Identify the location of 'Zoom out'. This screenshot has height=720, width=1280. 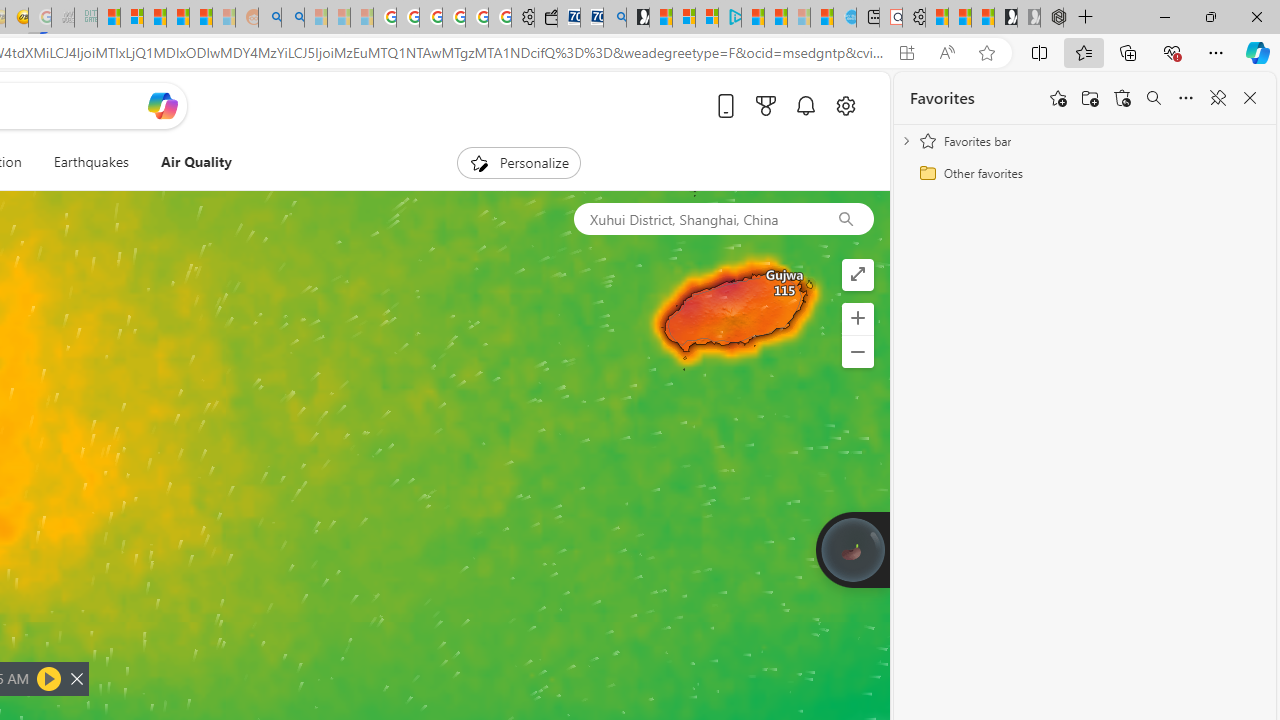
(858, 351).